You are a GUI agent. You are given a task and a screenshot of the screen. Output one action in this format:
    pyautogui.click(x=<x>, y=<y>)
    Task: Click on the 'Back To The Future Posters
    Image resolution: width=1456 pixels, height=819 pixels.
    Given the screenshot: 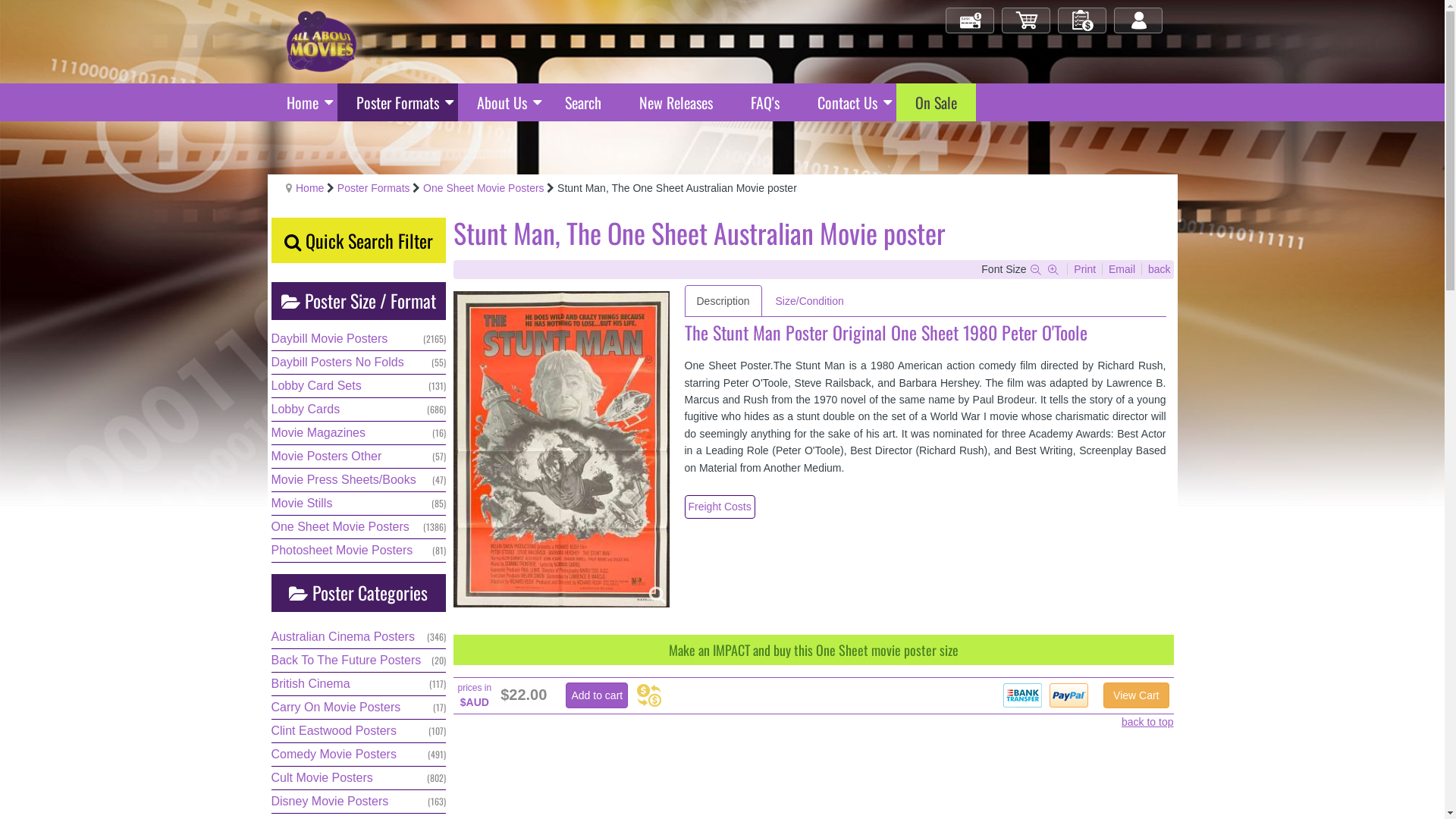 What is the action you would take?
    pyautogui.click(x=358, y=660)
    